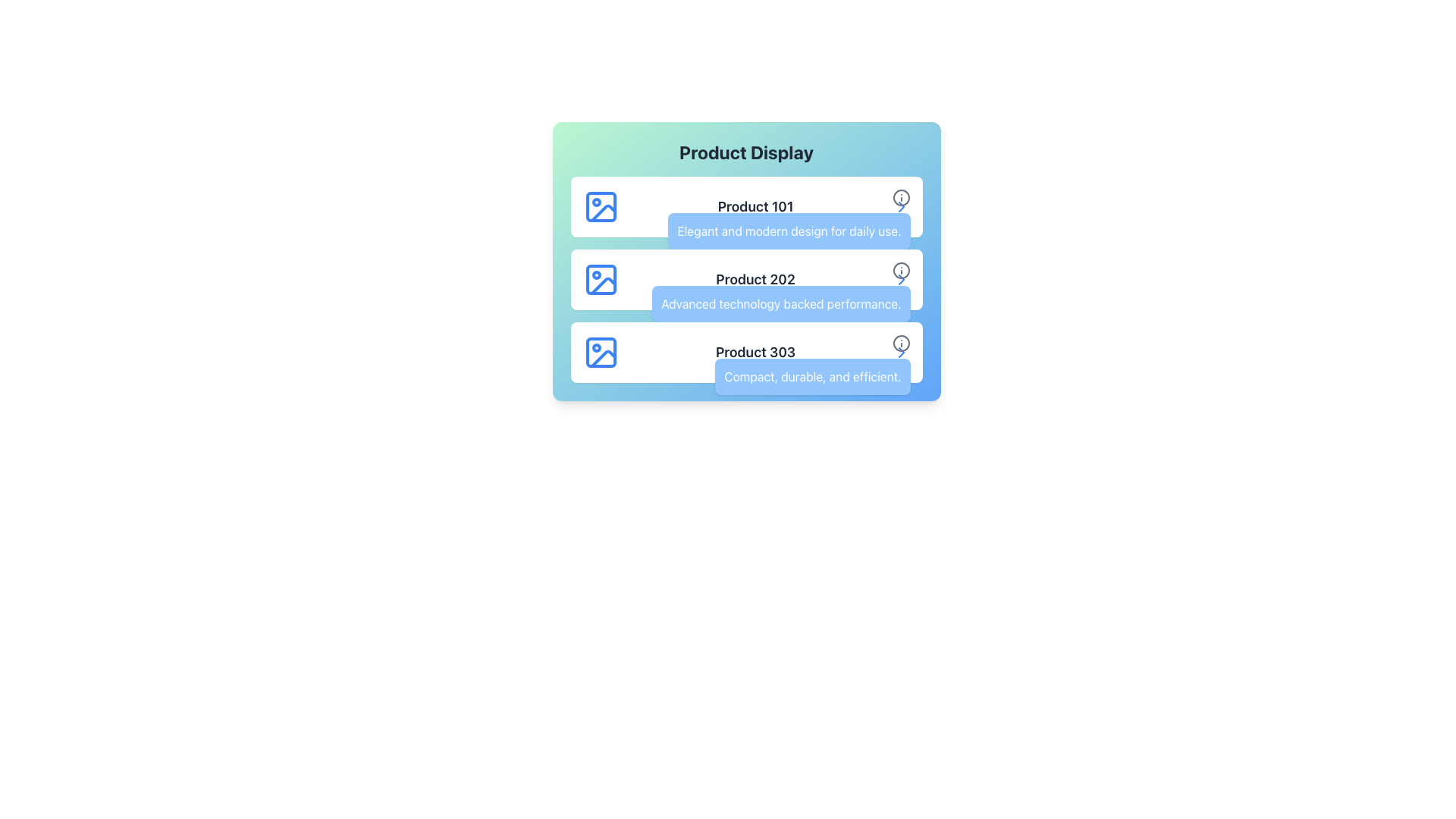 This screenshot has width=1456, height=819. Describe the element at coordinates (901, 270) in the screenshot. I see `the tooltip activation icon located to the right of the 'Product 202' title in the second row of the product list` at that location.